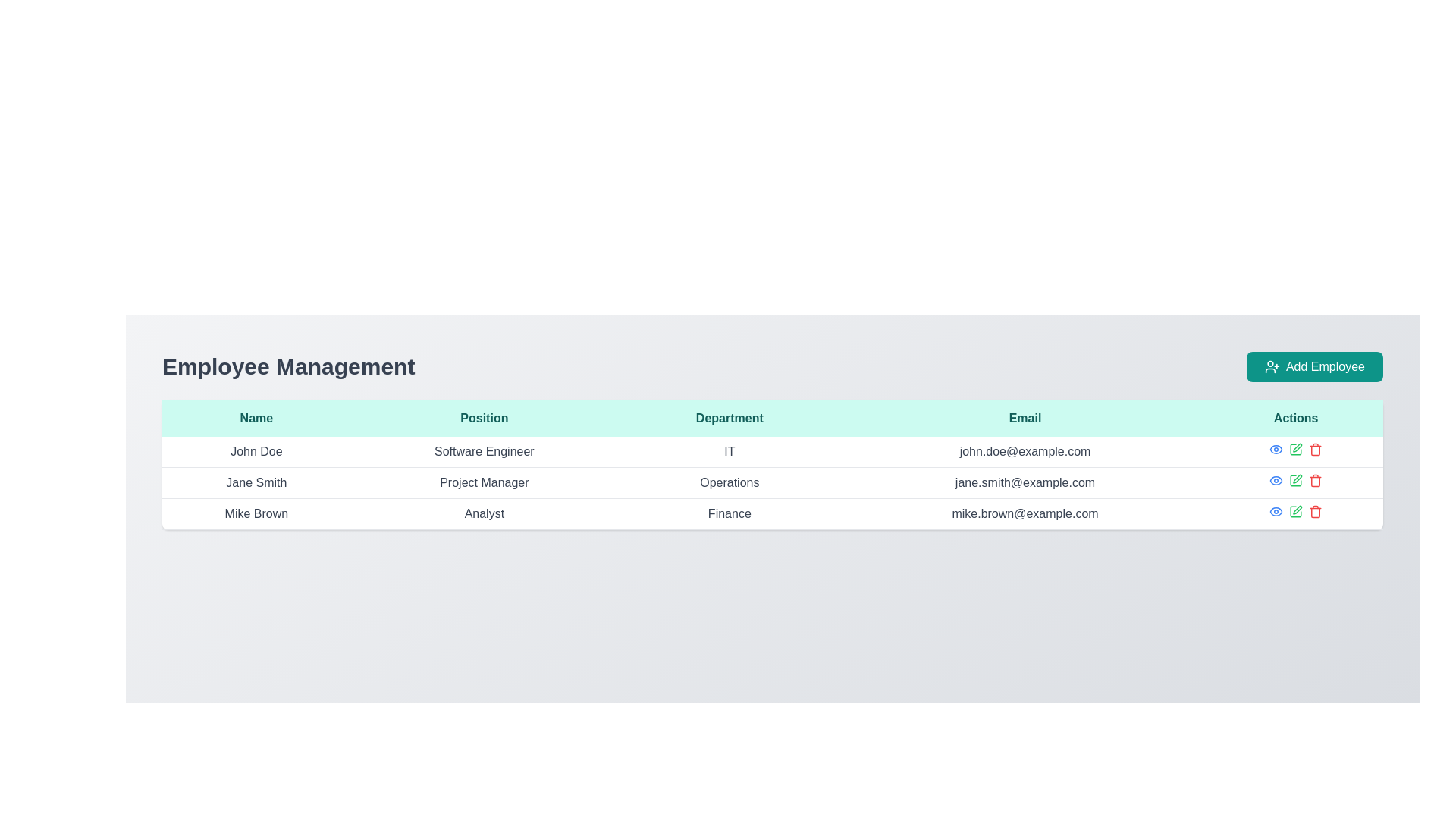 The image size is (1456, 819). What do you see at coordinates (1276, 480) in the screenshot?
I see `the eye icon button in the 'Actions' column of the second row` at bounding box center [1276, 480].